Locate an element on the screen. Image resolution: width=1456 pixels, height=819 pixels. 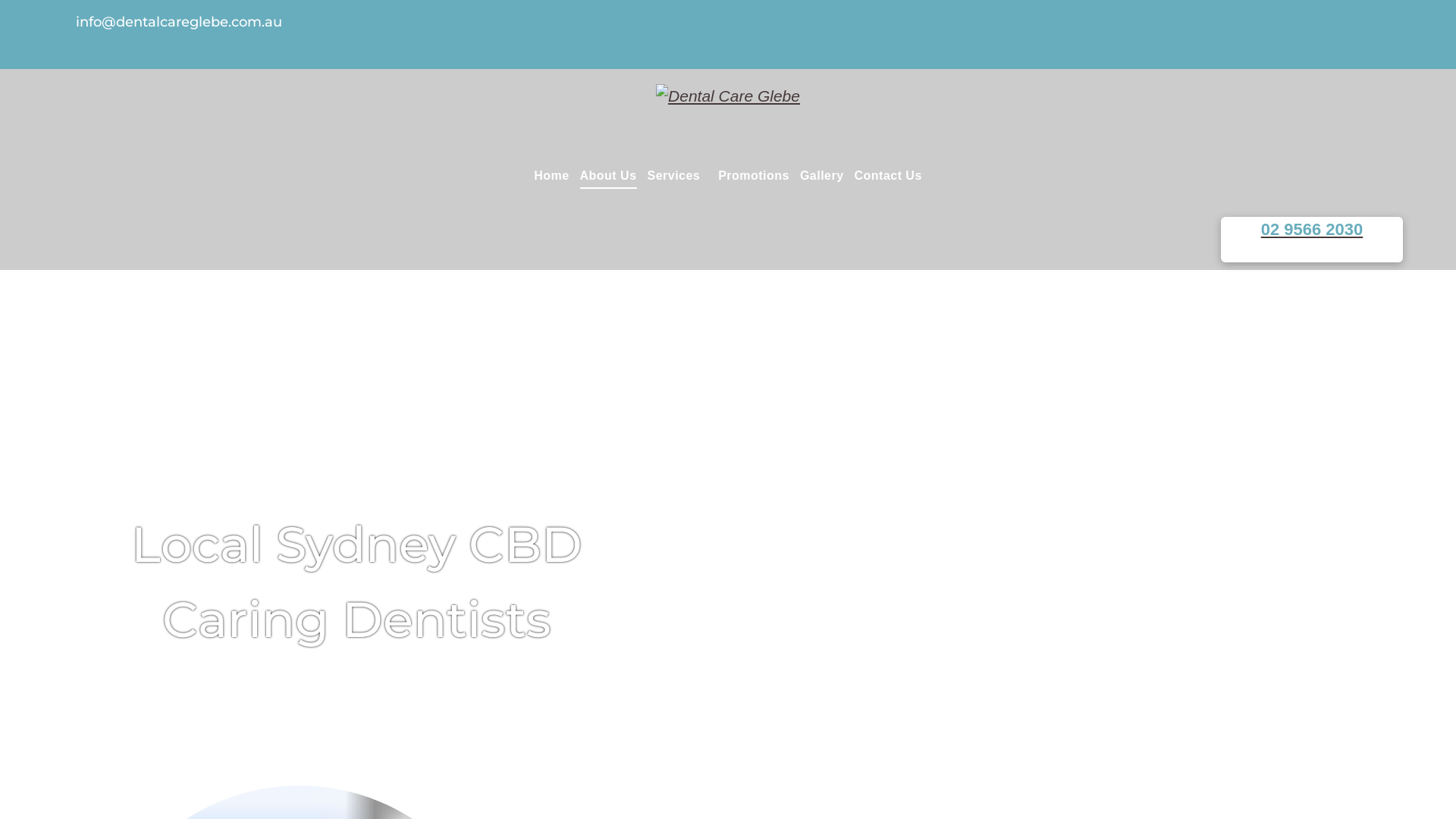
'About Us' is located at coordinates (574, 174).